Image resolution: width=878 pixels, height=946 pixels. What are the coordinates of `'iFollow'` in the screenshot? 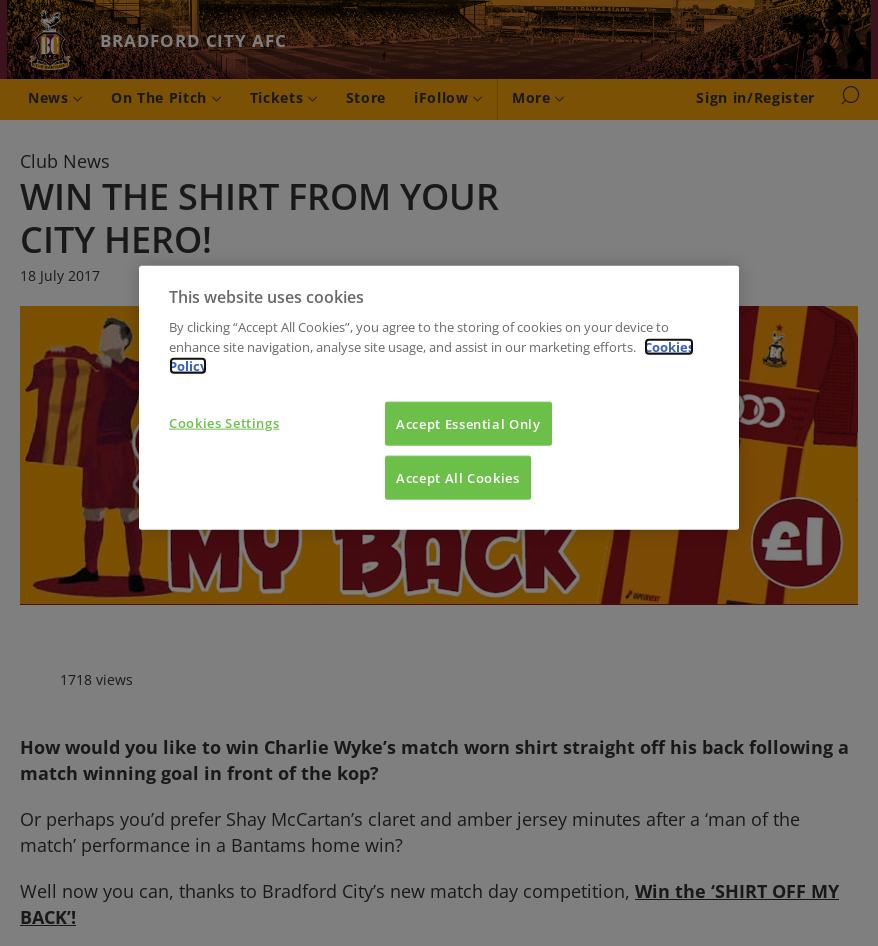 It's located at (442, 95).